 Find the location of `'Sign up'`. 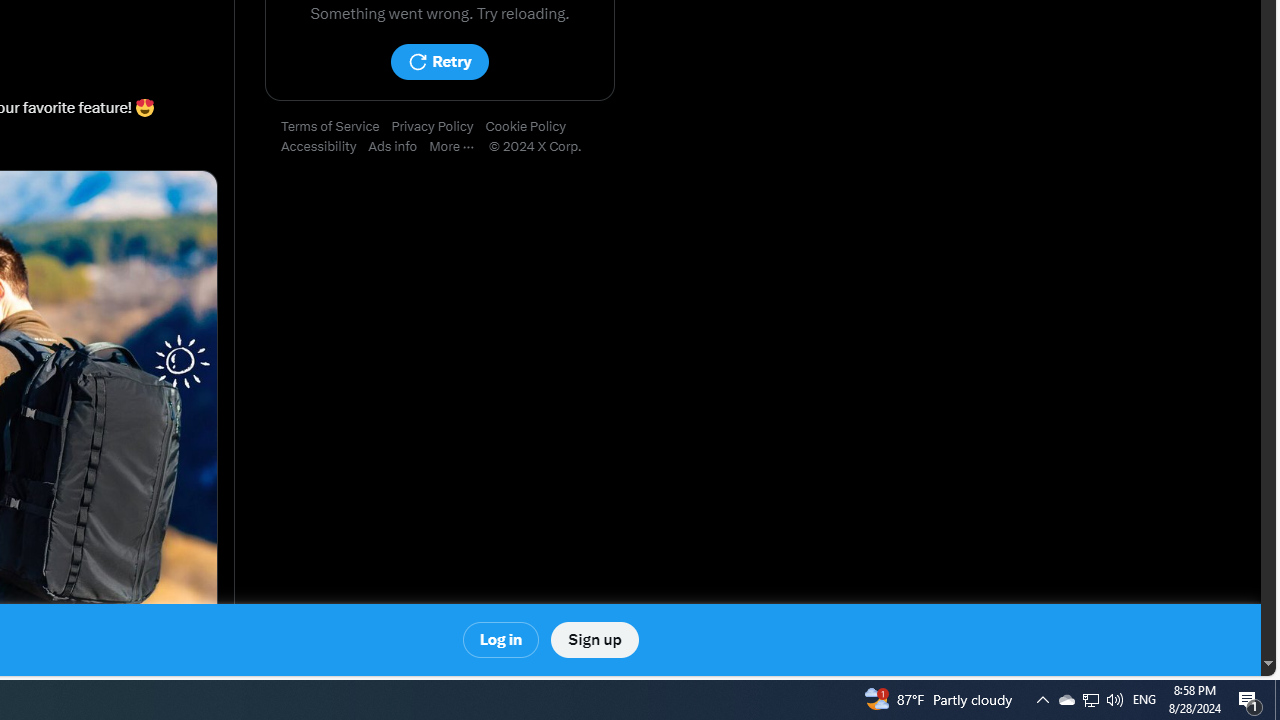

'Sign up' is located at coordinates (593, 640).